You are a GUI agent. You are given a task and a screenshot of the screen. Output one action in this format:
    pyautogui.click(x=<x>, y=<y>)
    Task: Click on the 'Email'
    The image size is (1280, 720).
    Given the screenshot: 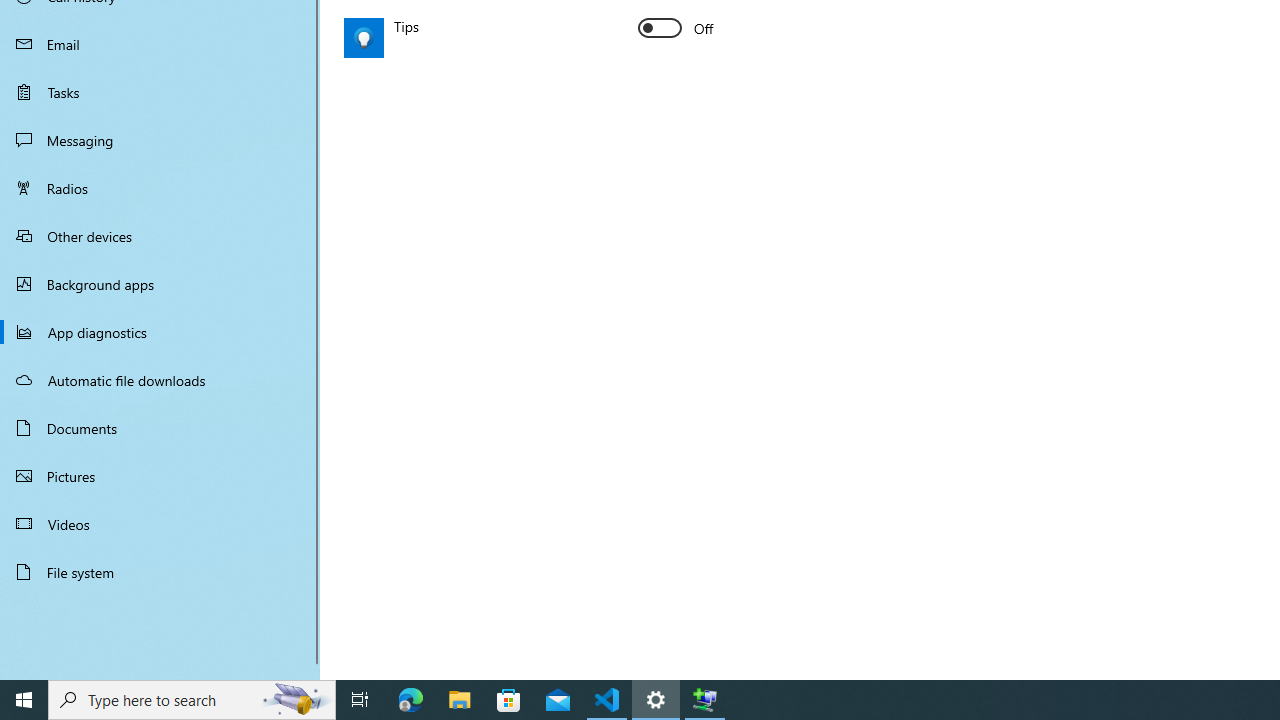 What is the action you would take?
    pyautogui.click(x=160, y=43)
    